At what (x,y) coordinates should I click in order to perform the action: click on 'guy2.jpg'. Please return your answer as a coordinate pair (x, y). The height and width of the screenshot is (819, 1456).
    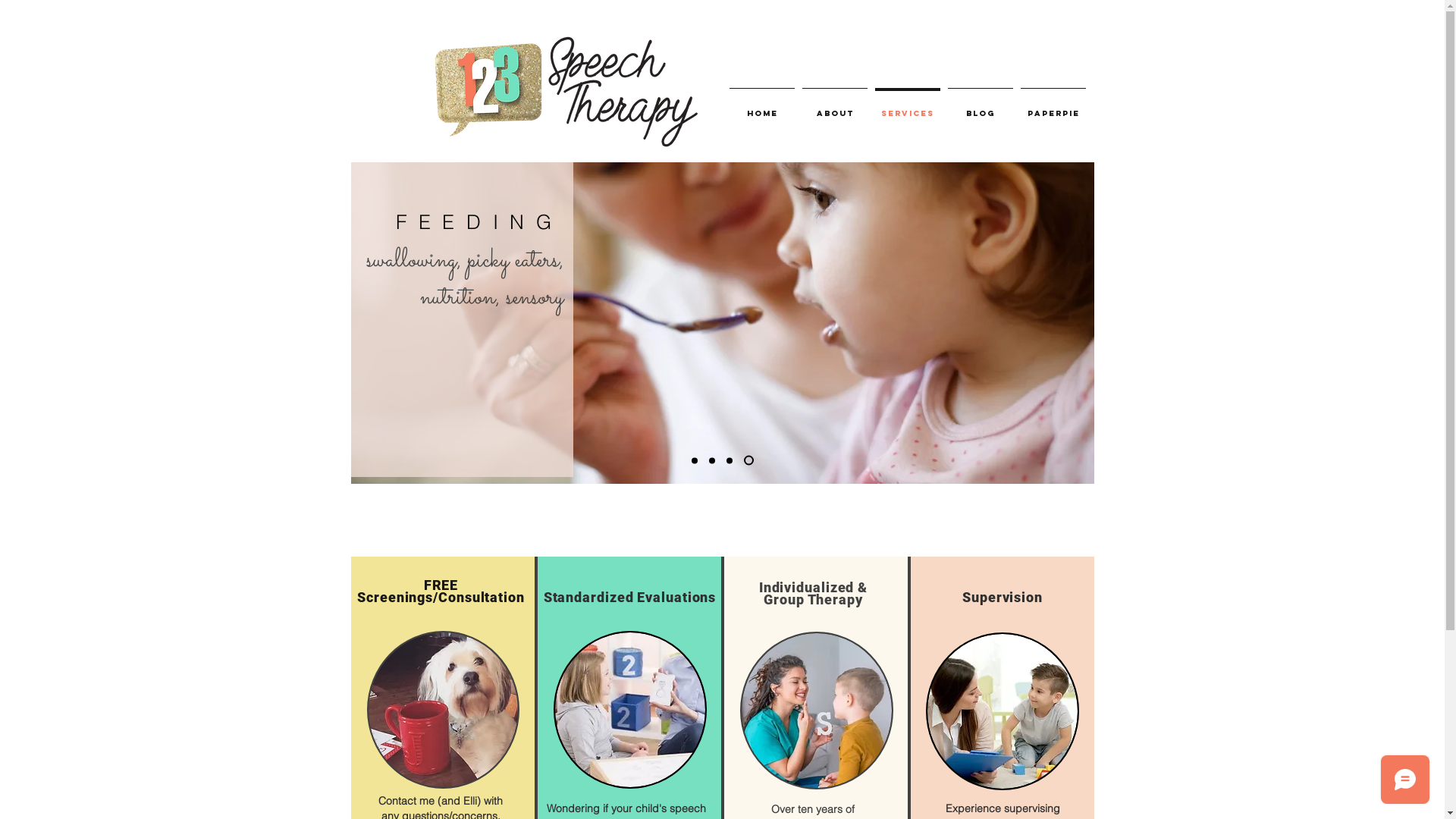
    Looking at the image, I should click on (1001, 711).